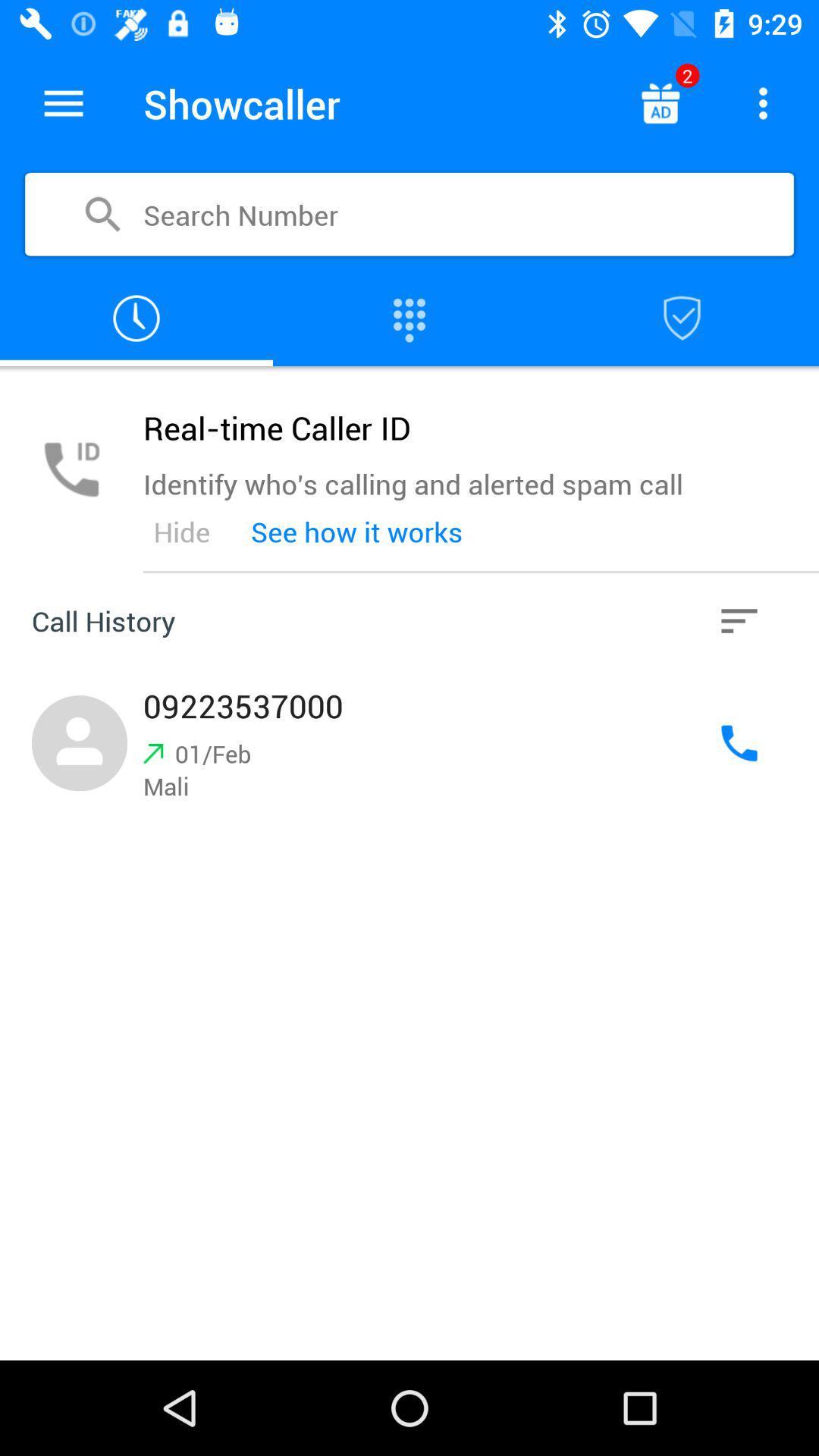  What do you see at coordinates (136, 318) in the screenshot?
I see `time for call` at bounding box center [136, 318].